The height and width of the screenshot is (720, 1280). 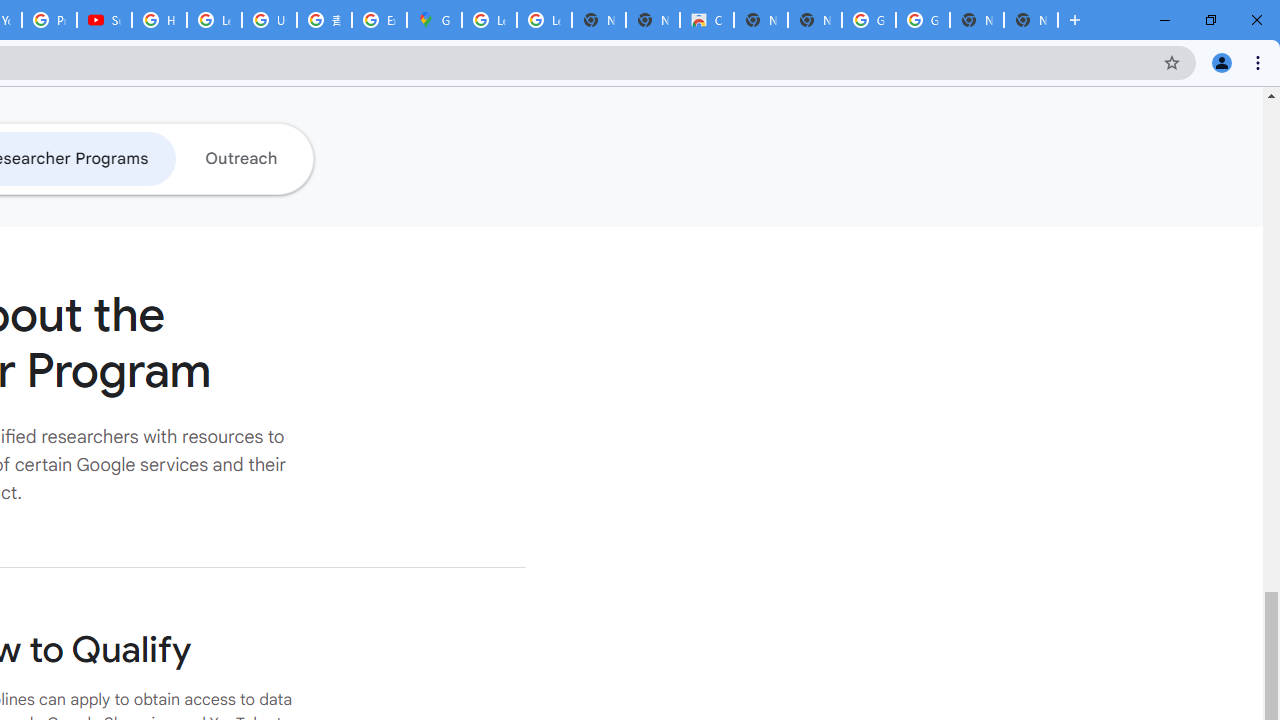 What do you see at coordinates (379, 20) in the screenshot?
I see `'Explore new street-level details - Google Maps Help'` at bounding box center [379, 20].